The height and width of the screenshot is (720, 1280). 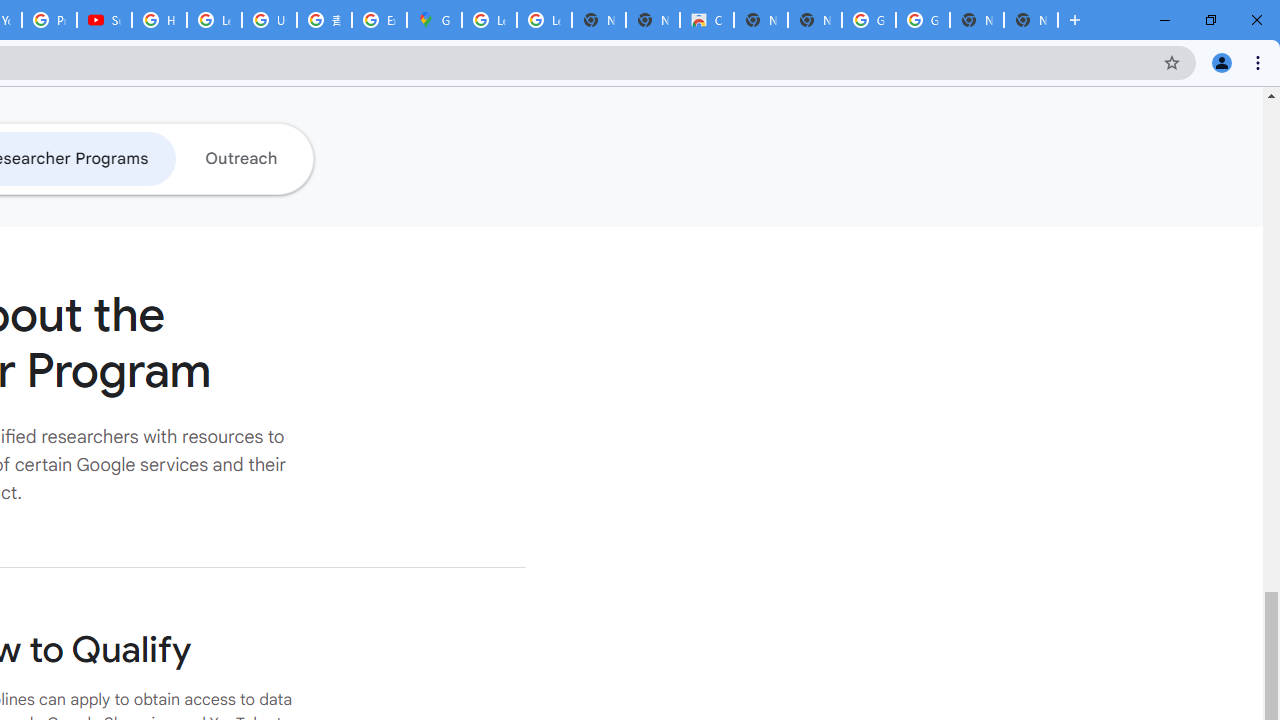 What do you see at coordinates (379, 20) in the screenshot?
I see `'Explore new street-level details - Google Maps Help'` at bounding box center [379, 20].